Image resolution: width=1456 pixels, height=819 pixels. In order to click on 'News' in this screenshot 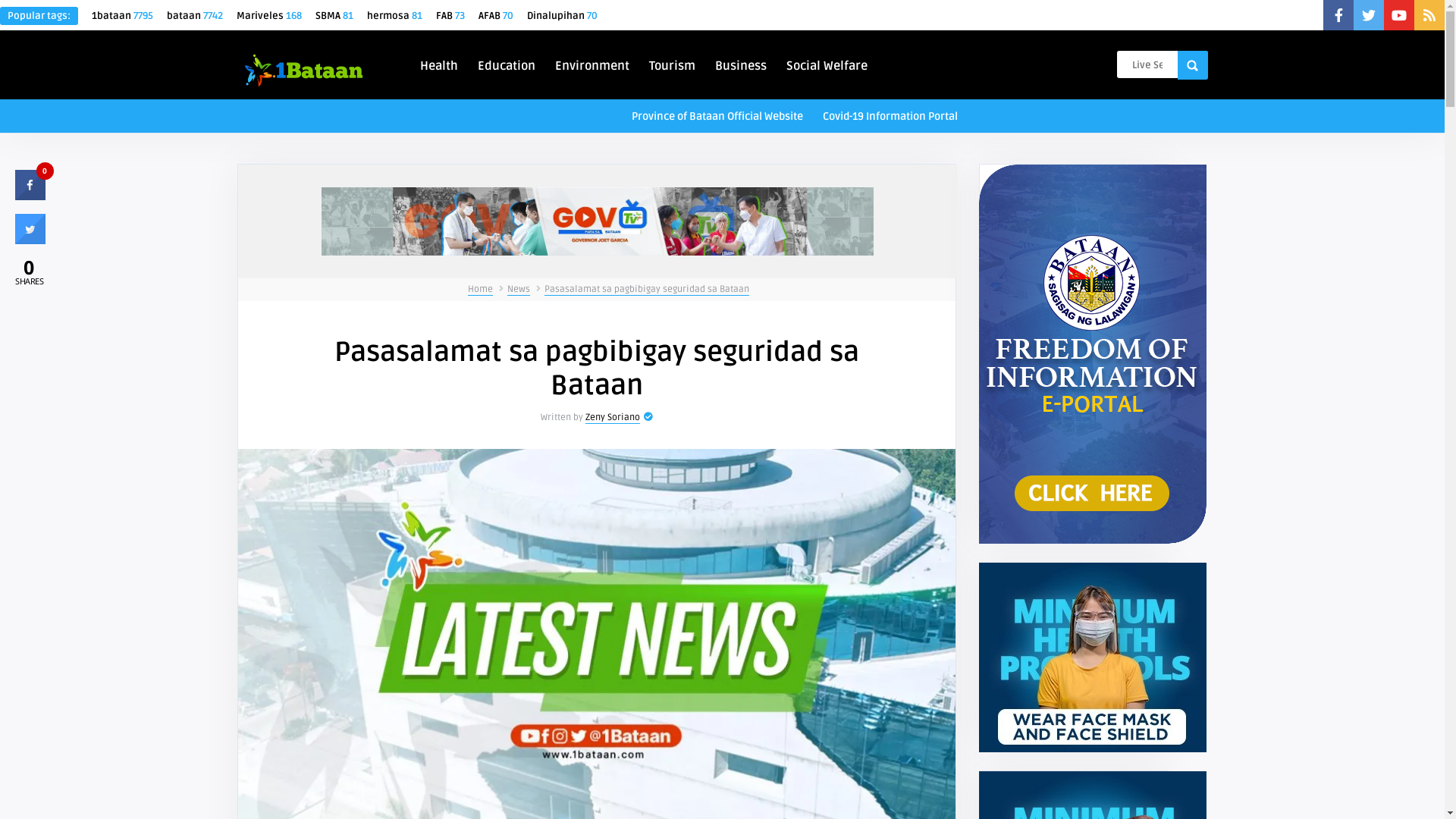, I will do `click(519, 289)`.